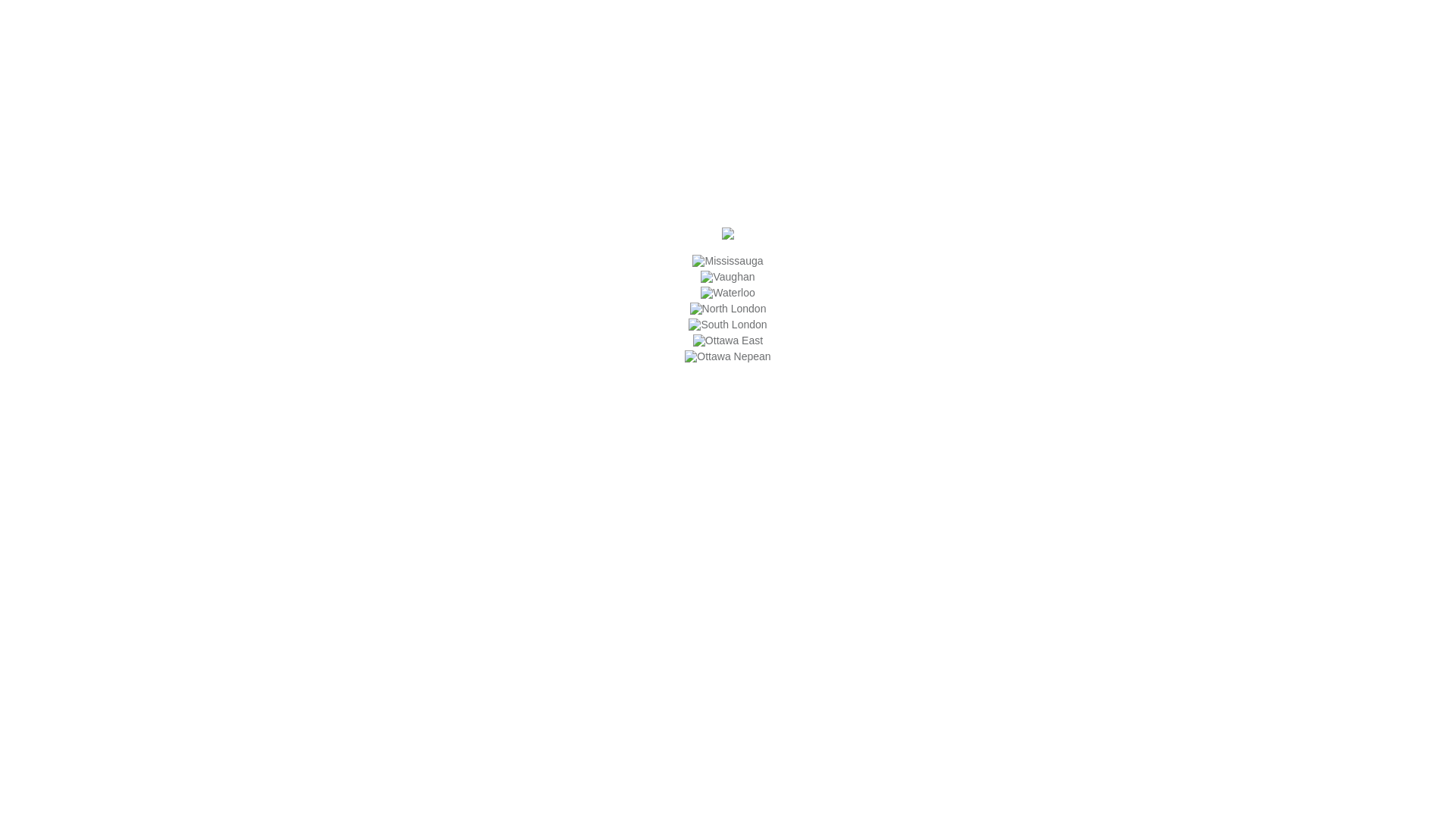 Image resolution: width=1456 pixels, height=819 pixels. I want to click on 'Waterloo', so click(700, 292).